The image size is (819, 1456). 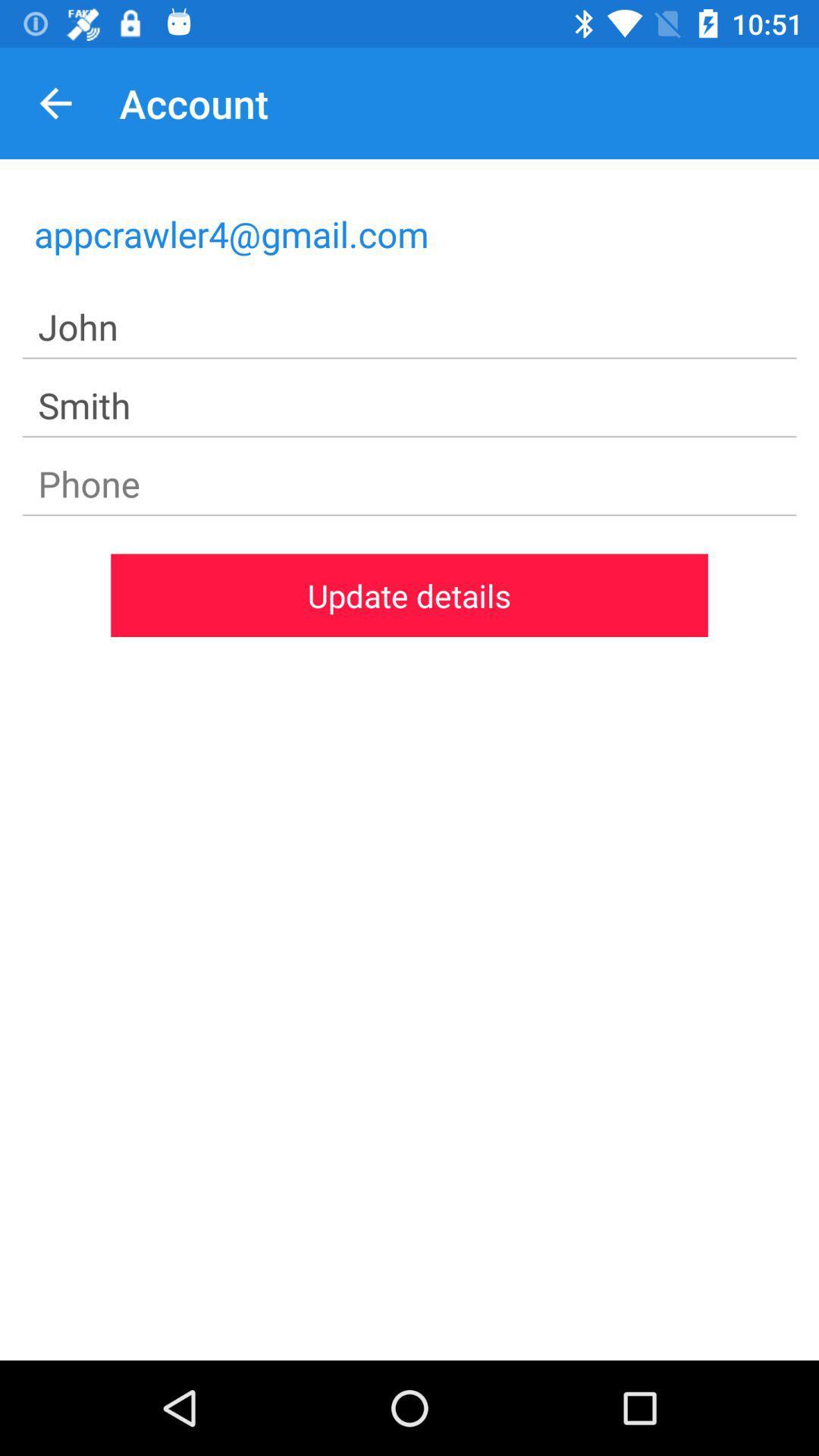 What do you see at coordinates (55, 102) in the screenshot?
I see `the item to the left of the account item` at bounding box center [55, 102].